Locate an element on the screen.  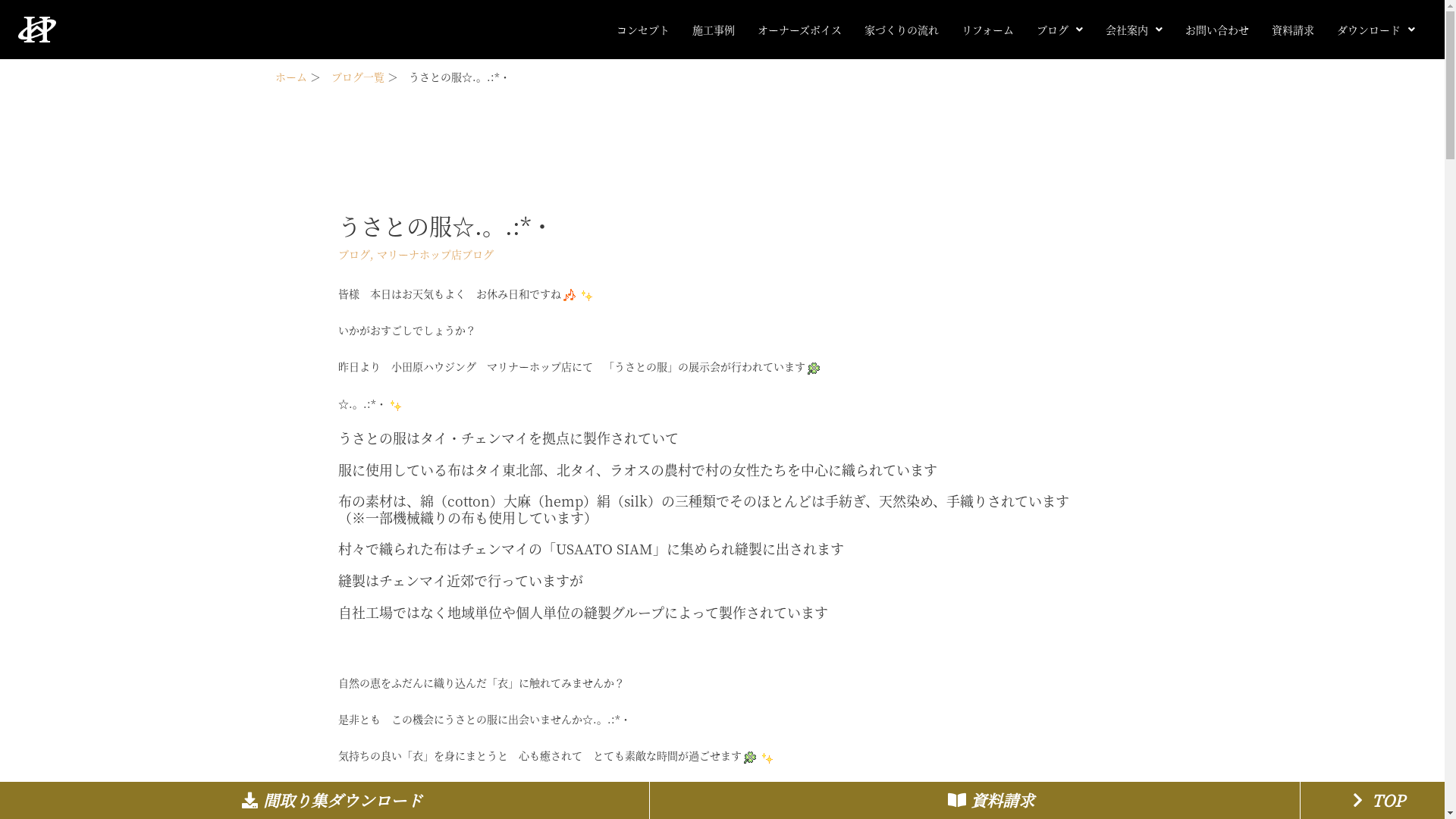
'TOP' is located at coordinates (1376, 799).